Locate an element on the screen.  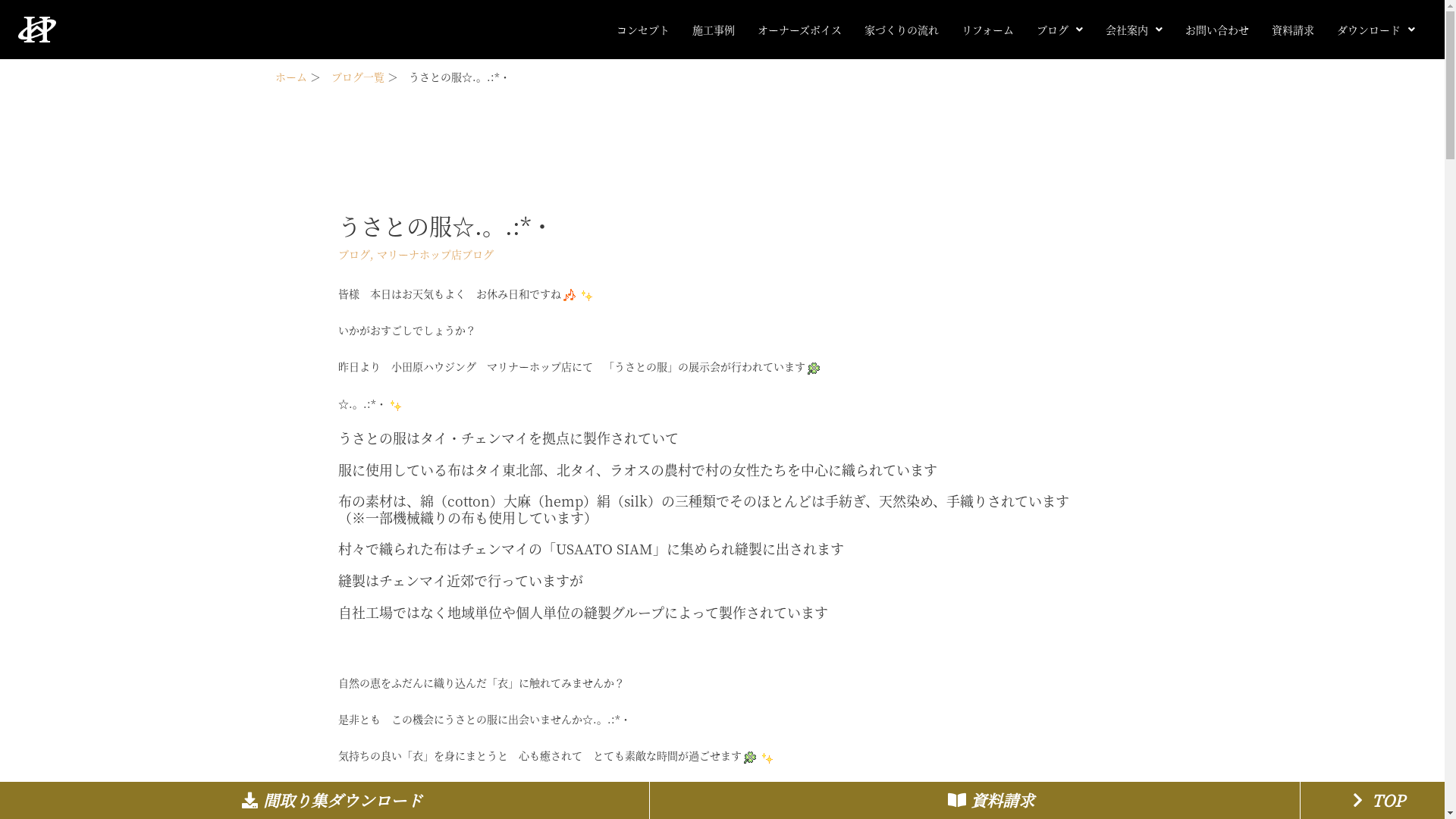
'TOP' is located at coordinates (1376, 799).